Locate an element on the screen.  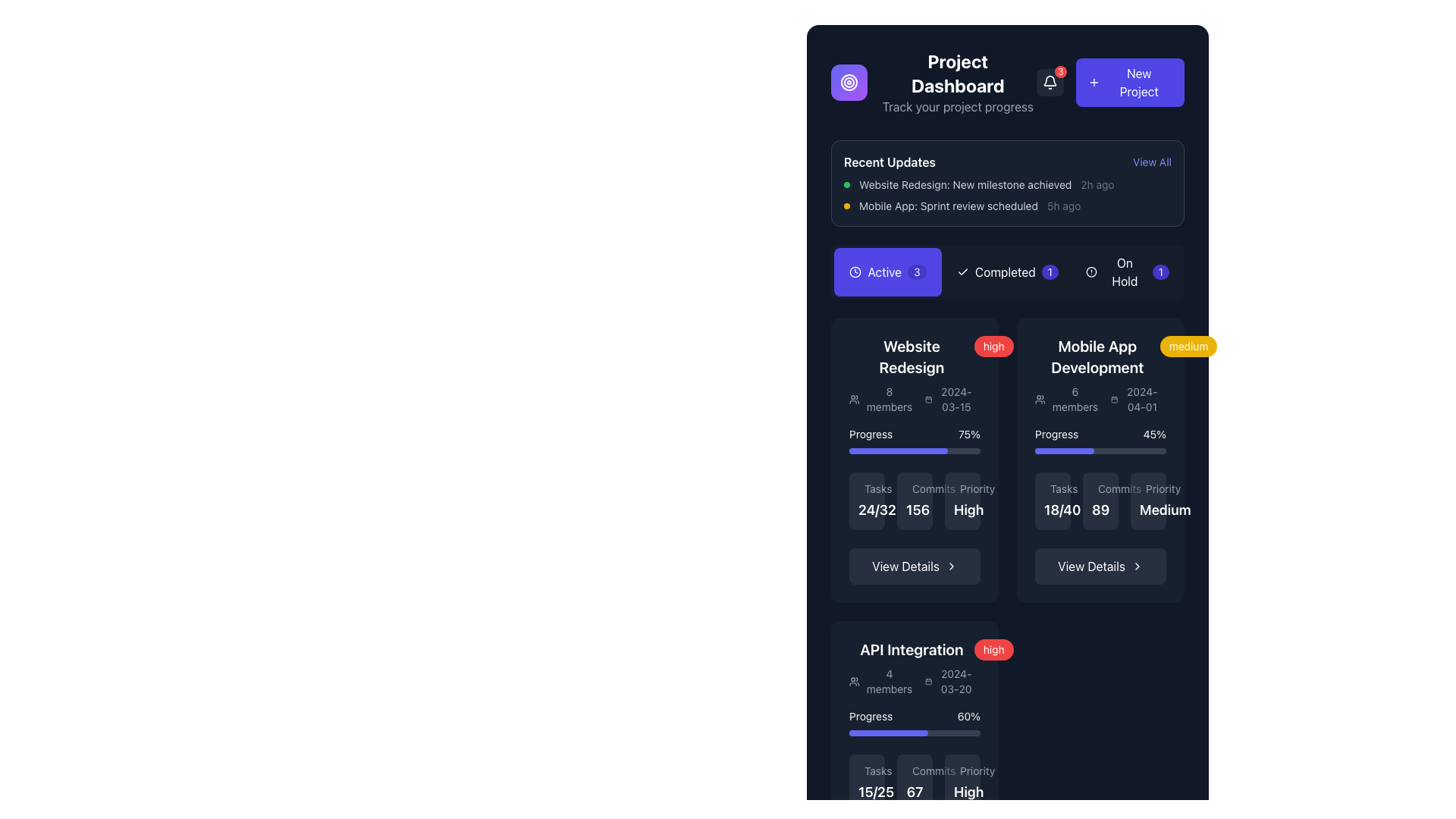
the progress bar representing the task completion percentage of the 'Website Redesign' project, located below the 'Progress' label and the '75%' text is located at coordinates (914, 450).